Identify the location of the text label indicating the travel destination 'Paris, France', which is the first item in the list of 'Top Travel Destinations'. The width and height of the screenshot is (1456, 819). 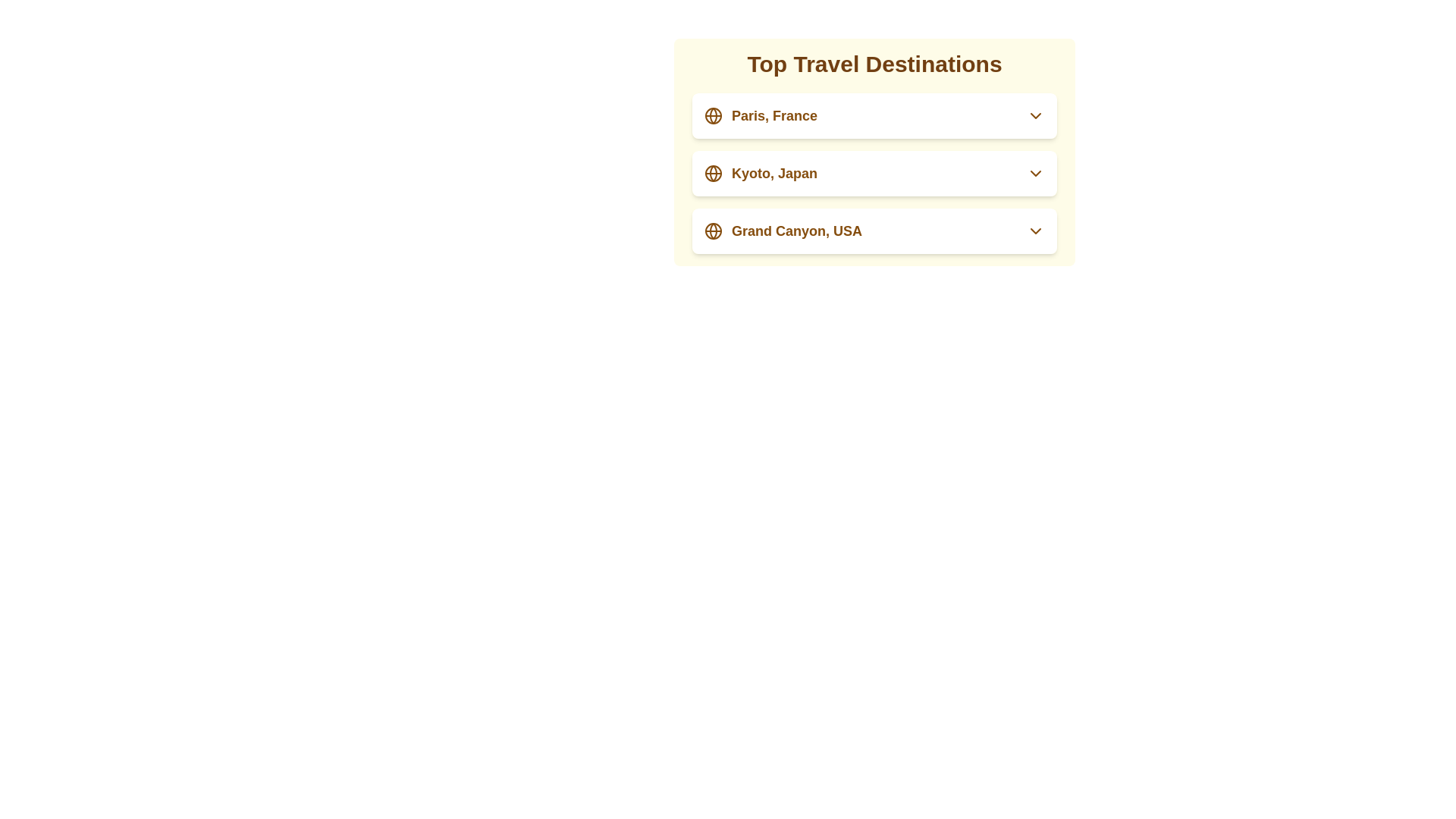
(774, 115).